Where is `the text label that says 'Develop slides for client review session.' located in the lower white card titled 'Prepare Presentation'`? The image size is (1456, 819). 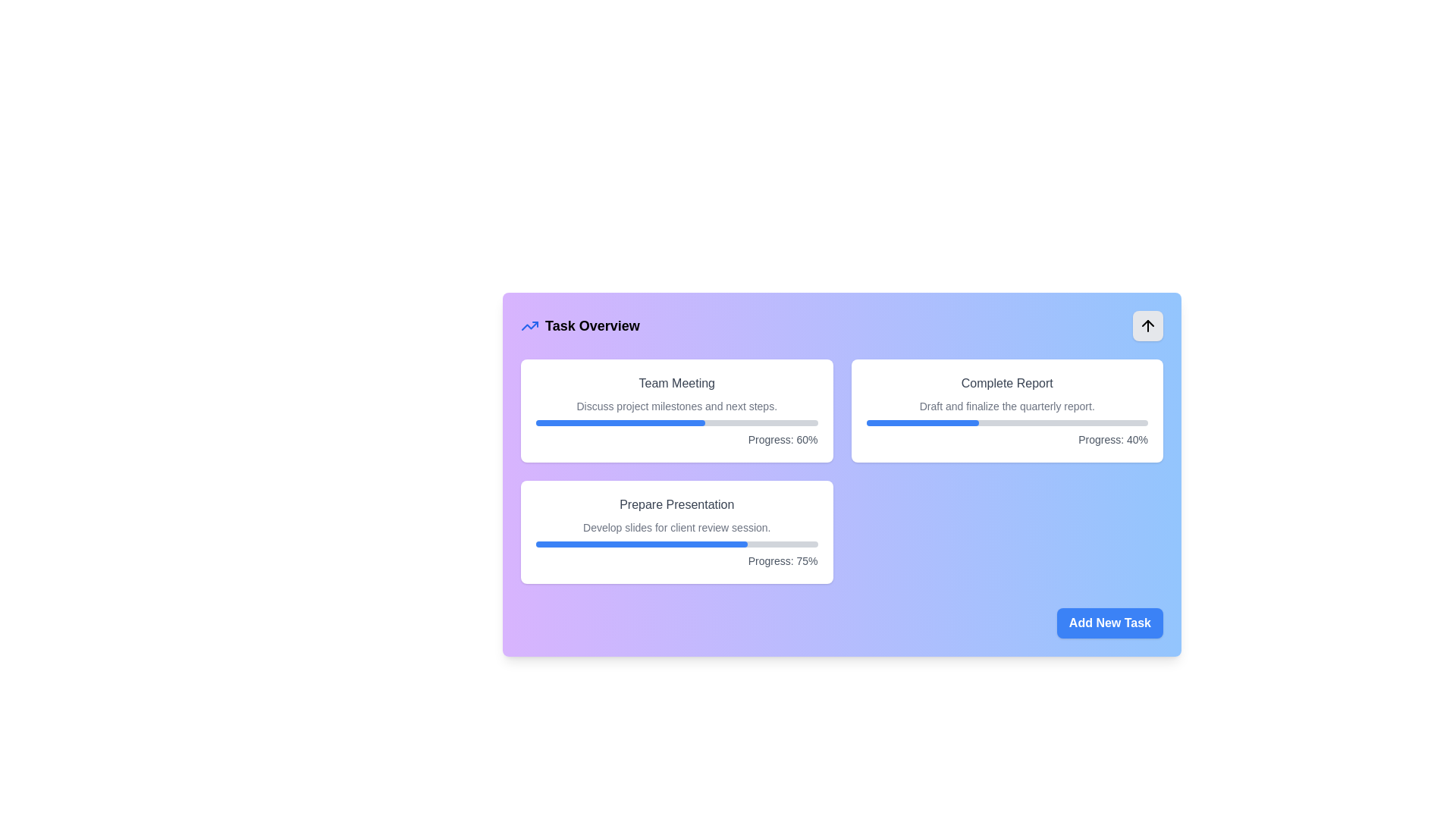
the text label that says 'Develop slides for client review session.' located in the lower white card titled 'Prepare Presentation' is located at coordinates (676, 526).